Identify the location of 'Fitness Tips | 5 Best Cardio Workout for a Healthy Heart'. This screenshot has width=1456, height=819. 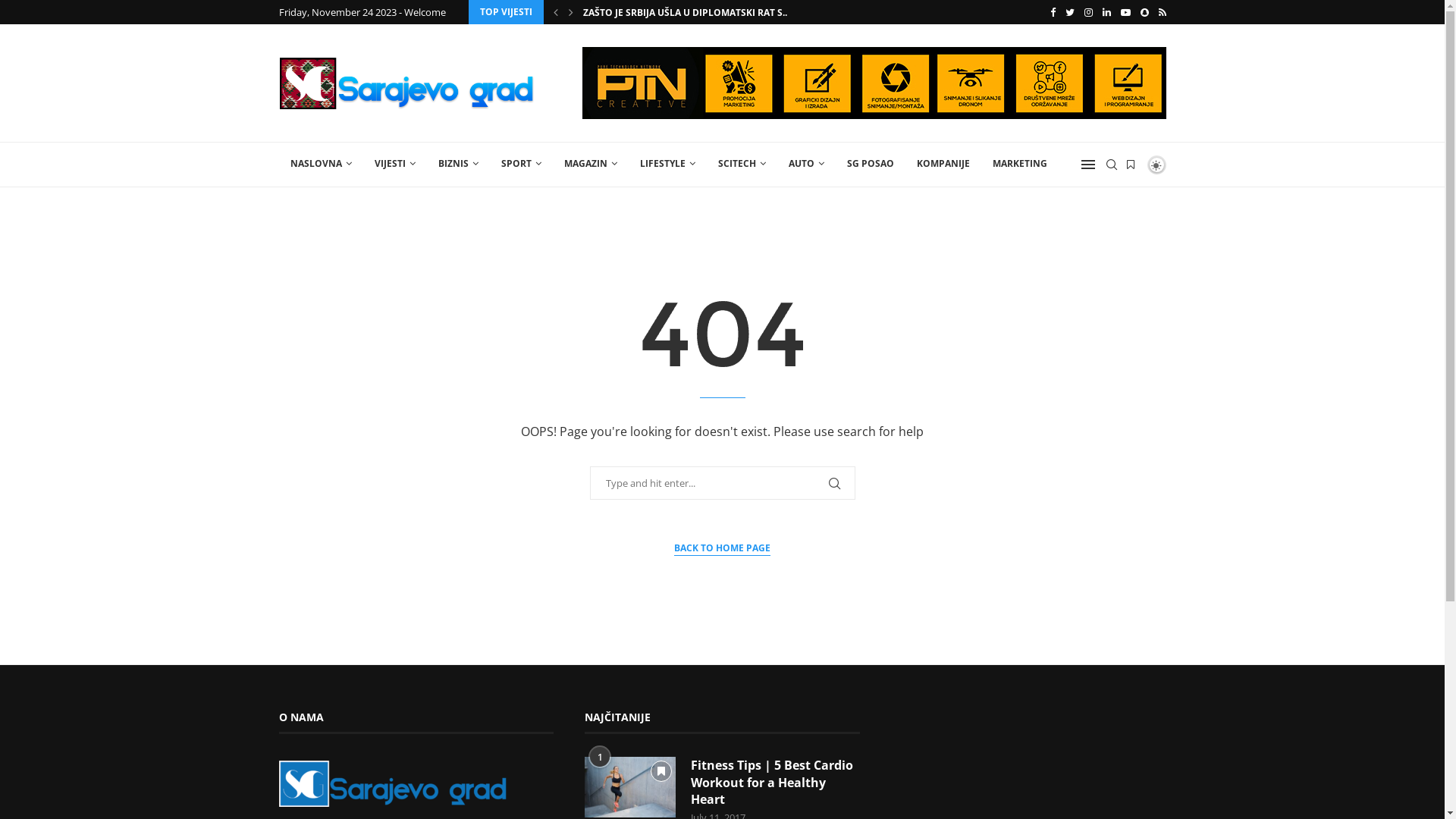
(775, 782).